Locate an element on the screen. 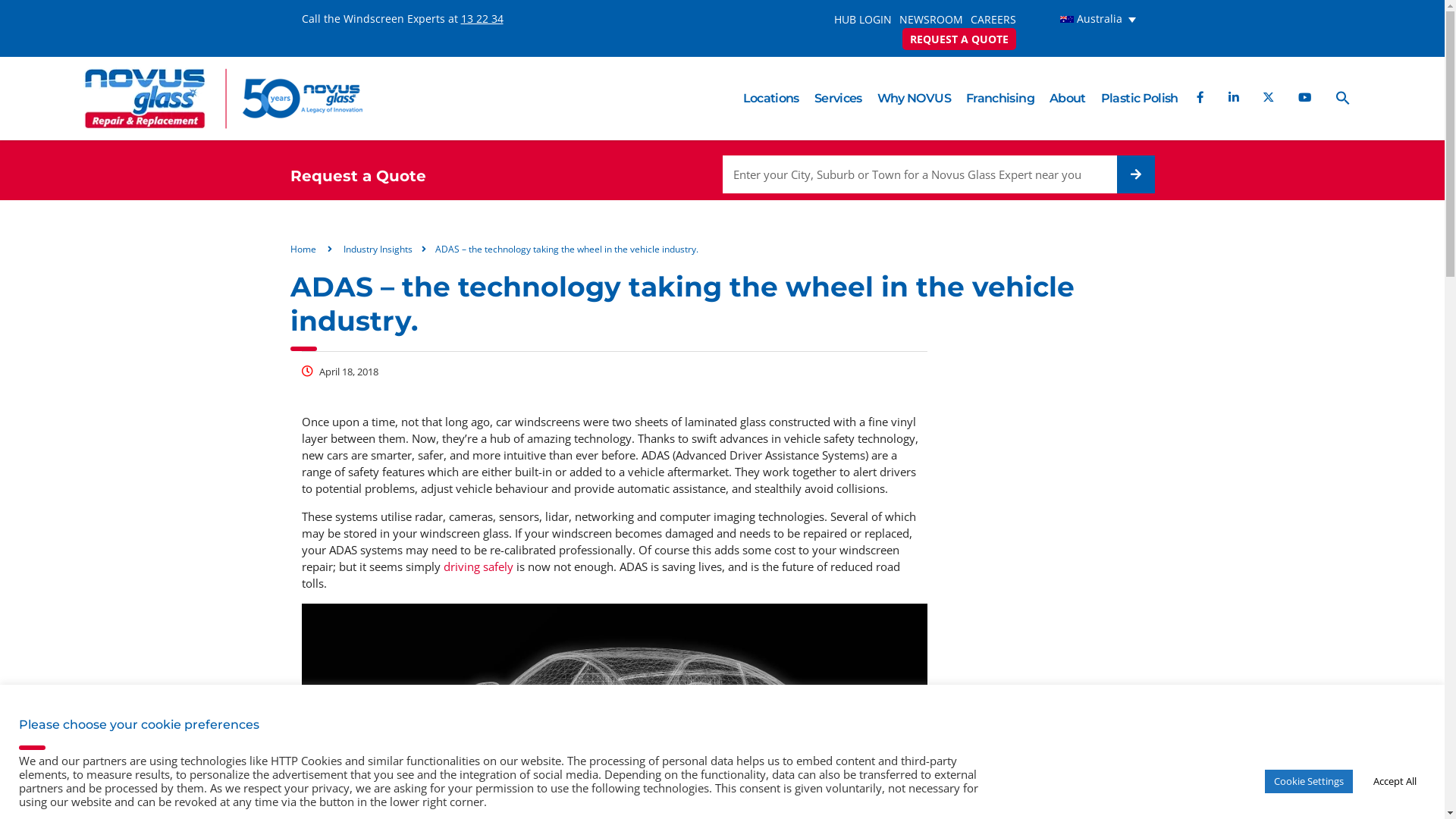  'About' is located at coordinates (1066, 99).